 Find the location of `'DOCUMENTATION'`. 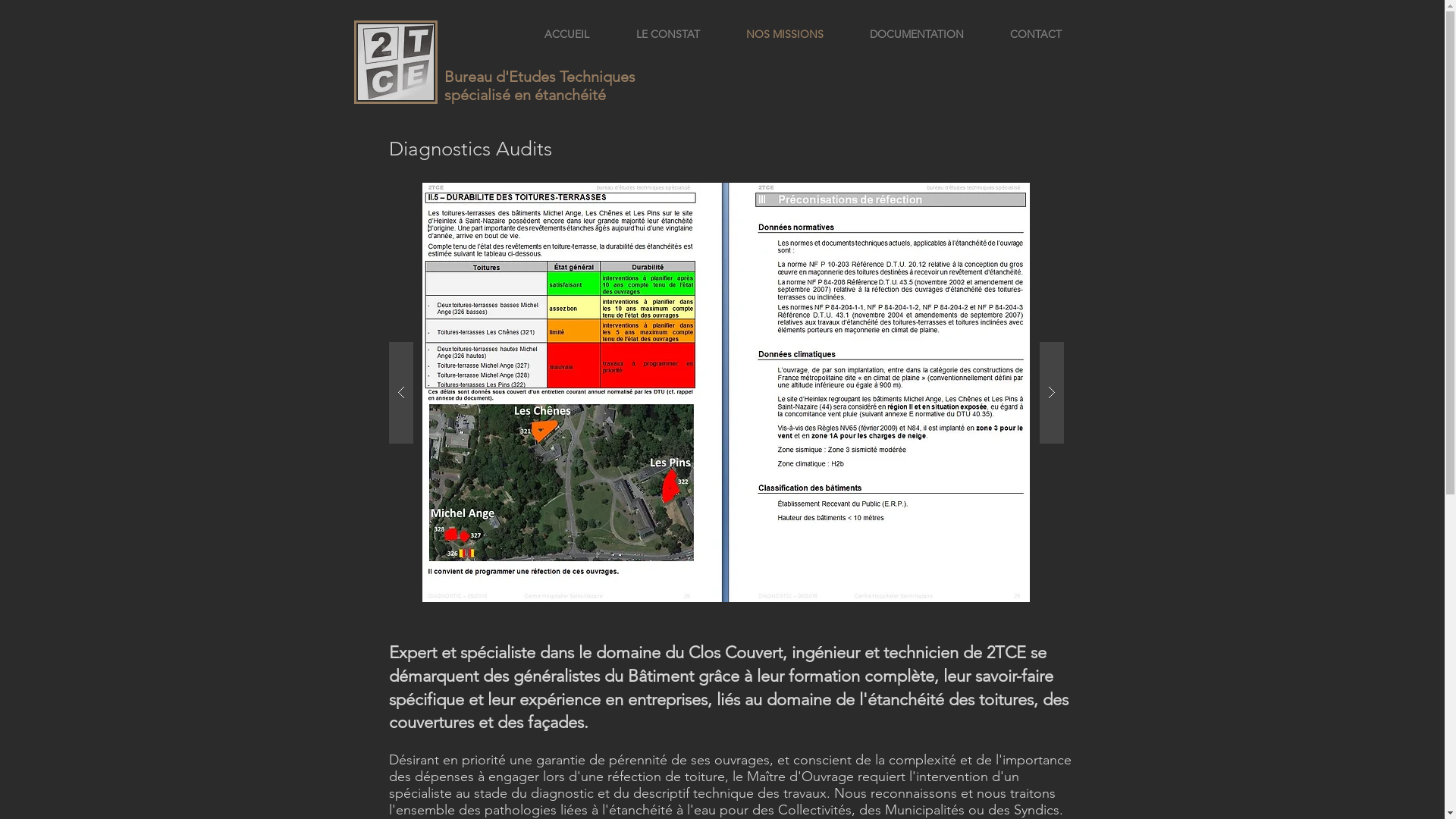

'DOCUMENTATION' is located at coordinates (915, 34).